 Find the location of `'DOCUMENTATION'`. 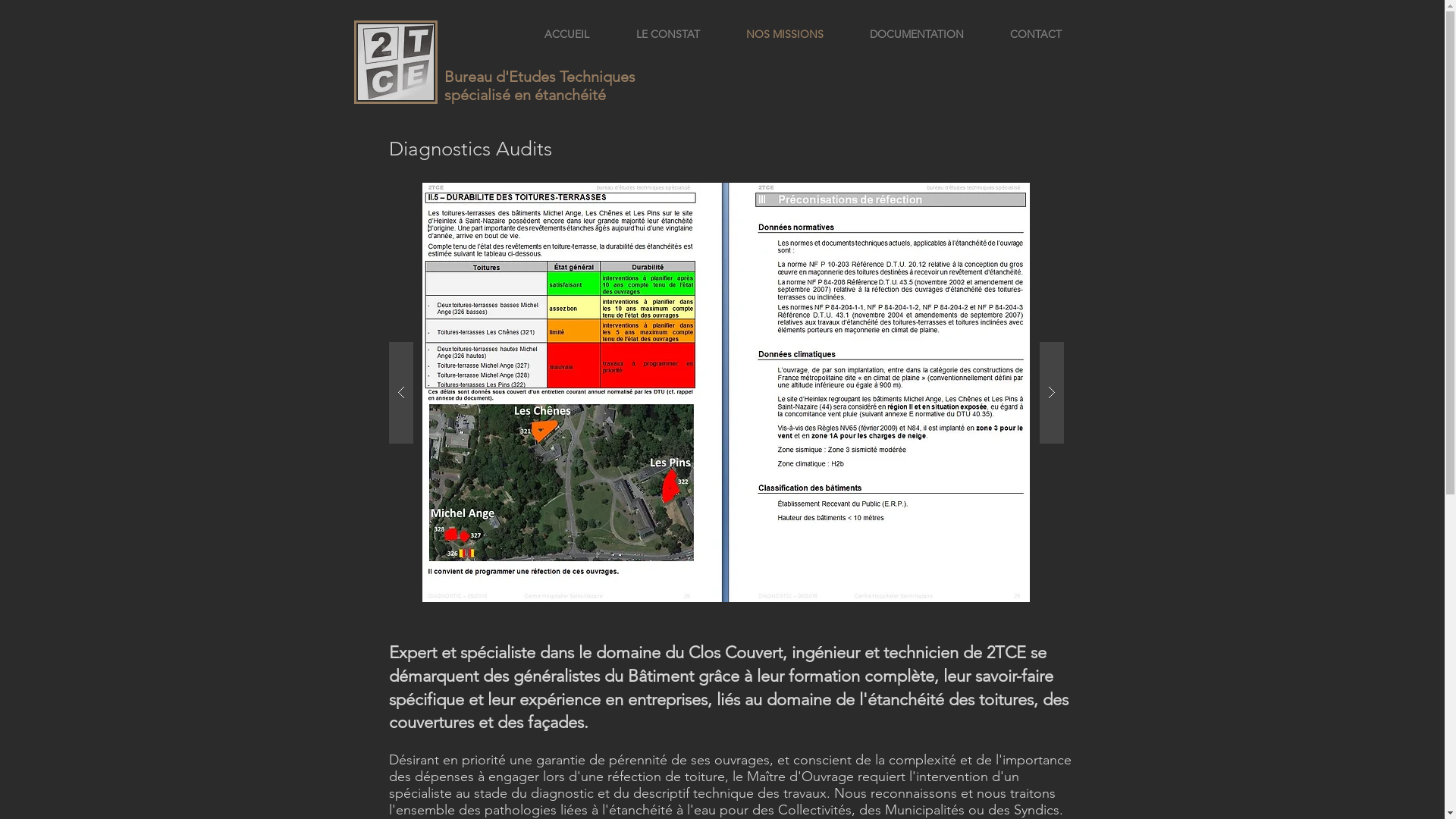

'DOCUMENTATION' is located at coordinates (915, 34).